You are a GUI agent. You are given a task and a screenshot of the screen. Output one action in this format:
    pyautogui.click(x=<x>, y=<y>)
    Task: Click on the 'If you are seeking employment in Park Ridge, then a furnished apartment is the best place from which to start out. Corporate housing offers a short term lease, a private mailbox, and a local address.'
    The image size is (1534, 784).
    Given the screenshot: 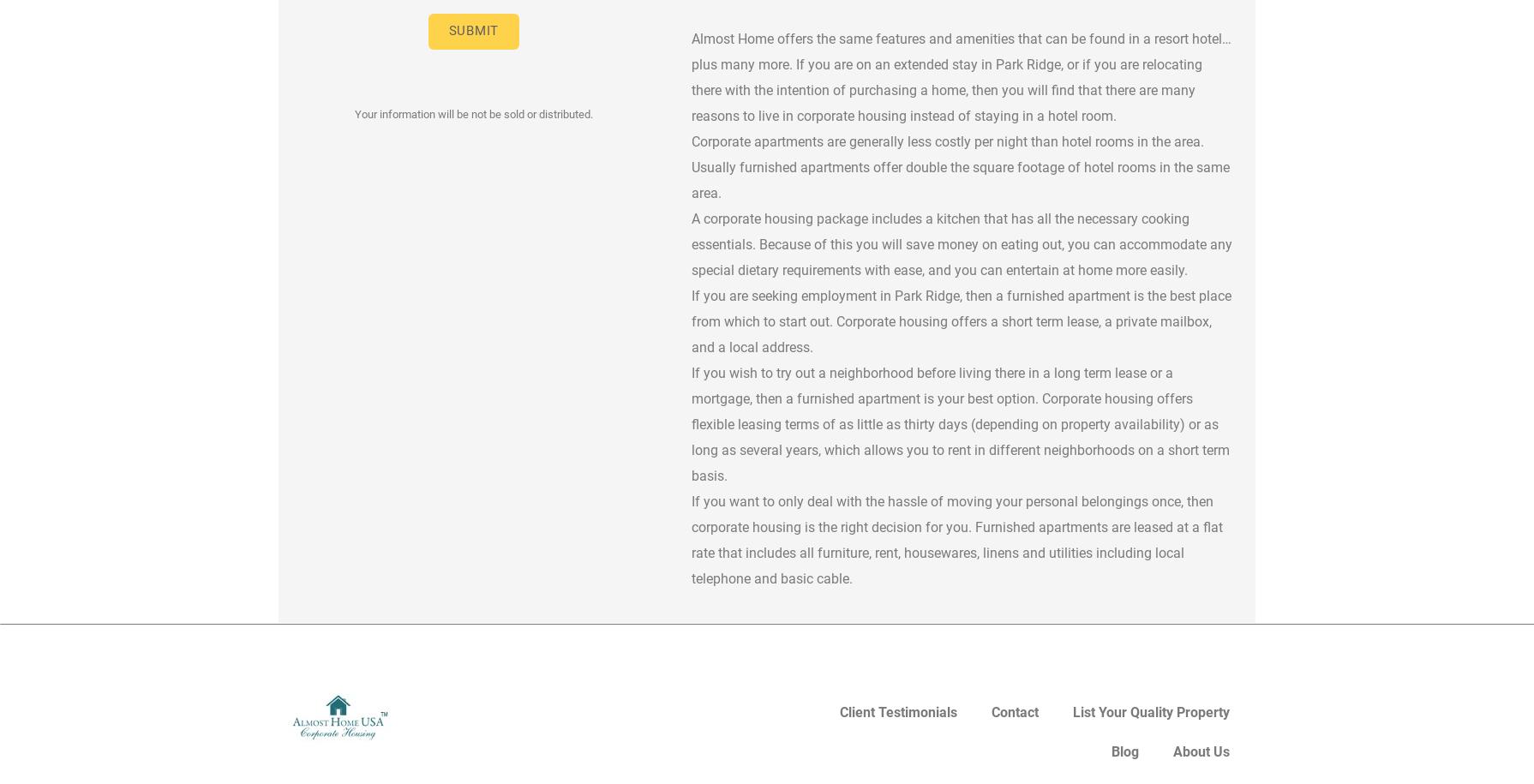 What is the action you would take?
    pyautogui.click(x=961, y=320)
    